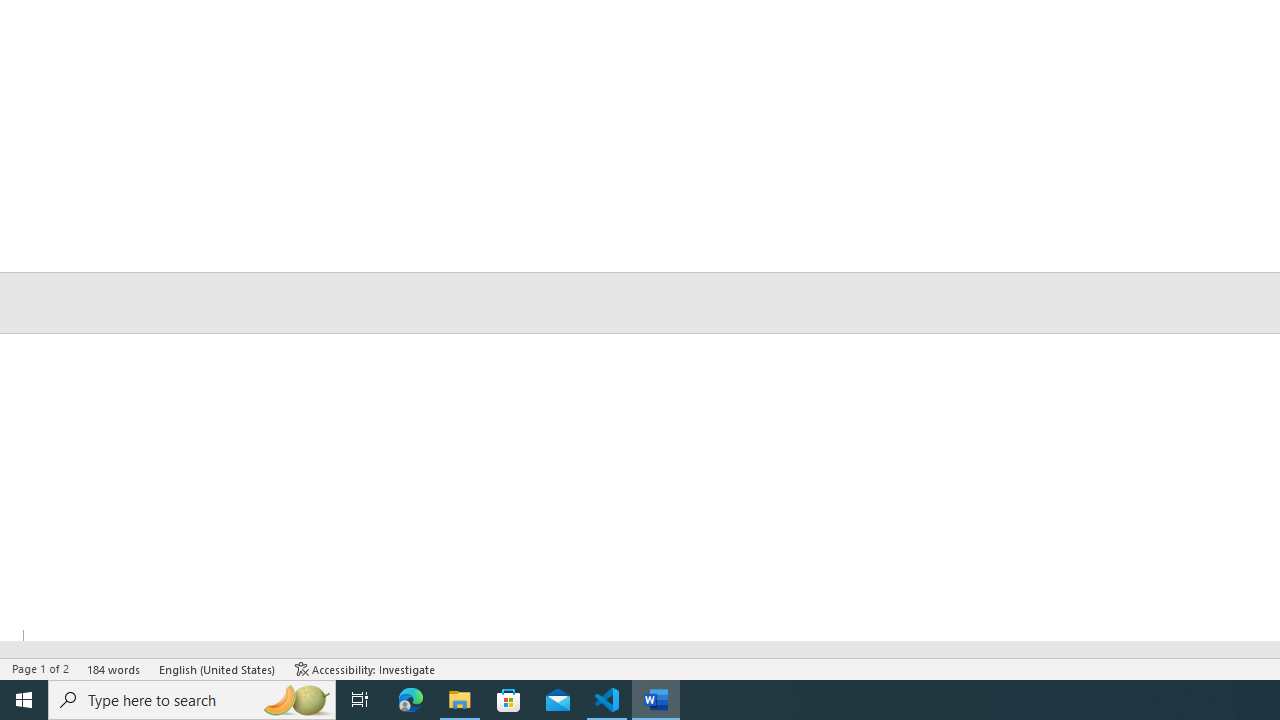 This screenshot has width=1280, height=720. I want to click on 'Task View', so click(359, 698).